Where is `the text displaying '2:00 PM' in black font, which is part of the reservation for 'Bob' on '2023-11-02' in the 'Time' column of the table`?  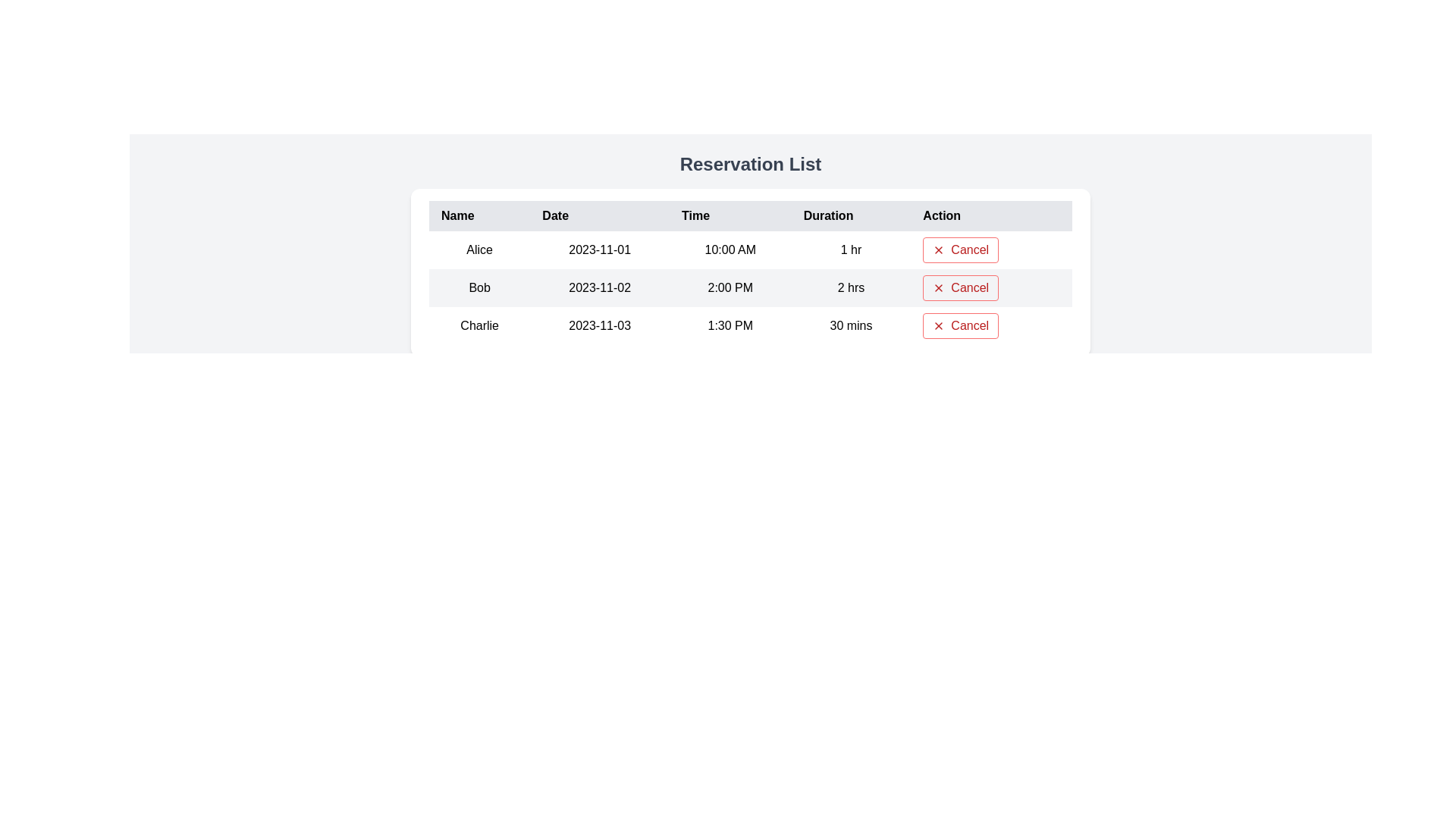
the text displaying '2:00 PM' in black font, which is part of the reservation for 'Bob' on '2023-11-02' in the 'Time' column of the table is located at coordinates (730, 288).